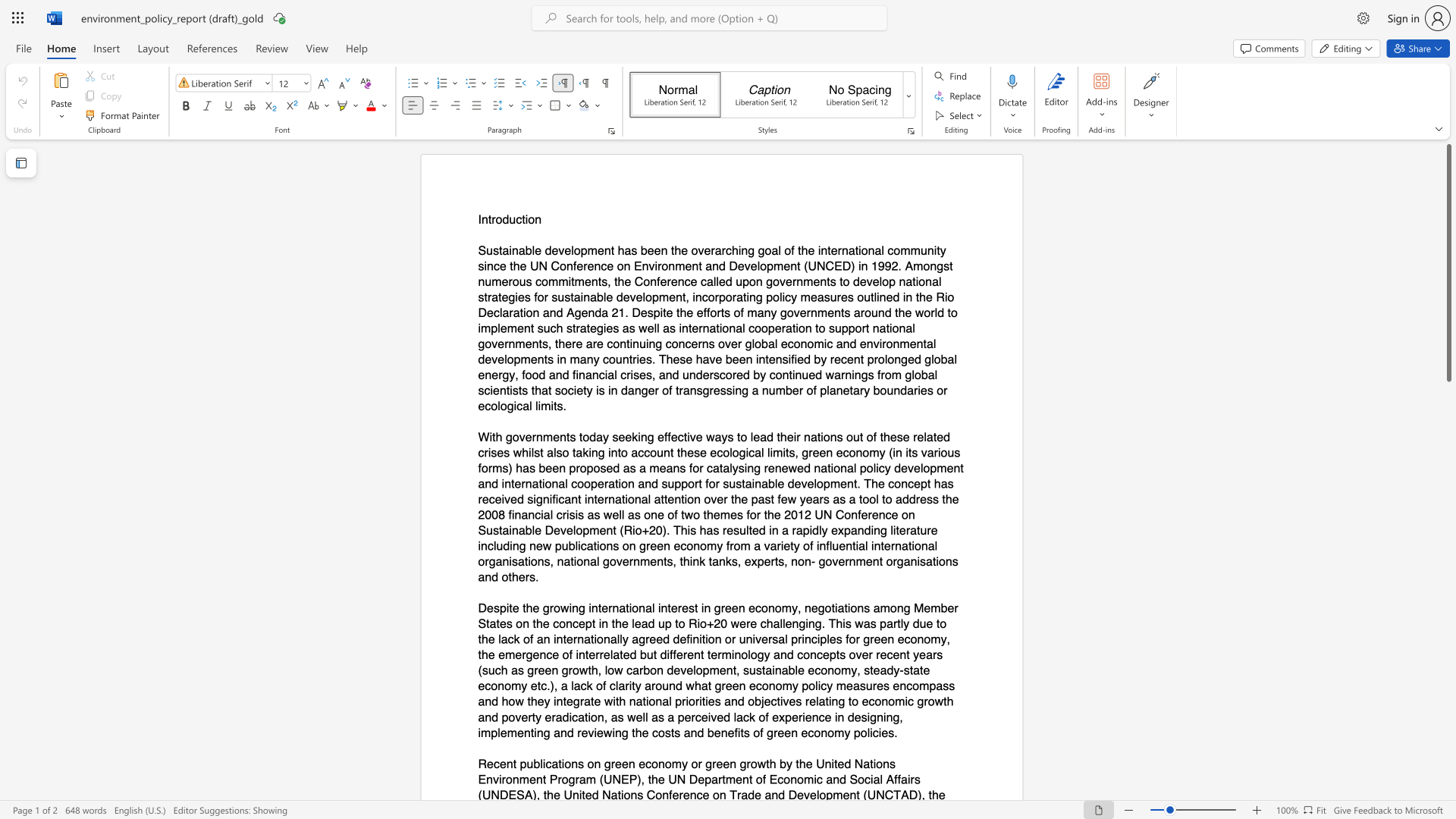  What do you see at coordinates (1448, 576) in the screenshot?
I see `the scrollbar to move the content lower` at bounding box center [1448, 576].